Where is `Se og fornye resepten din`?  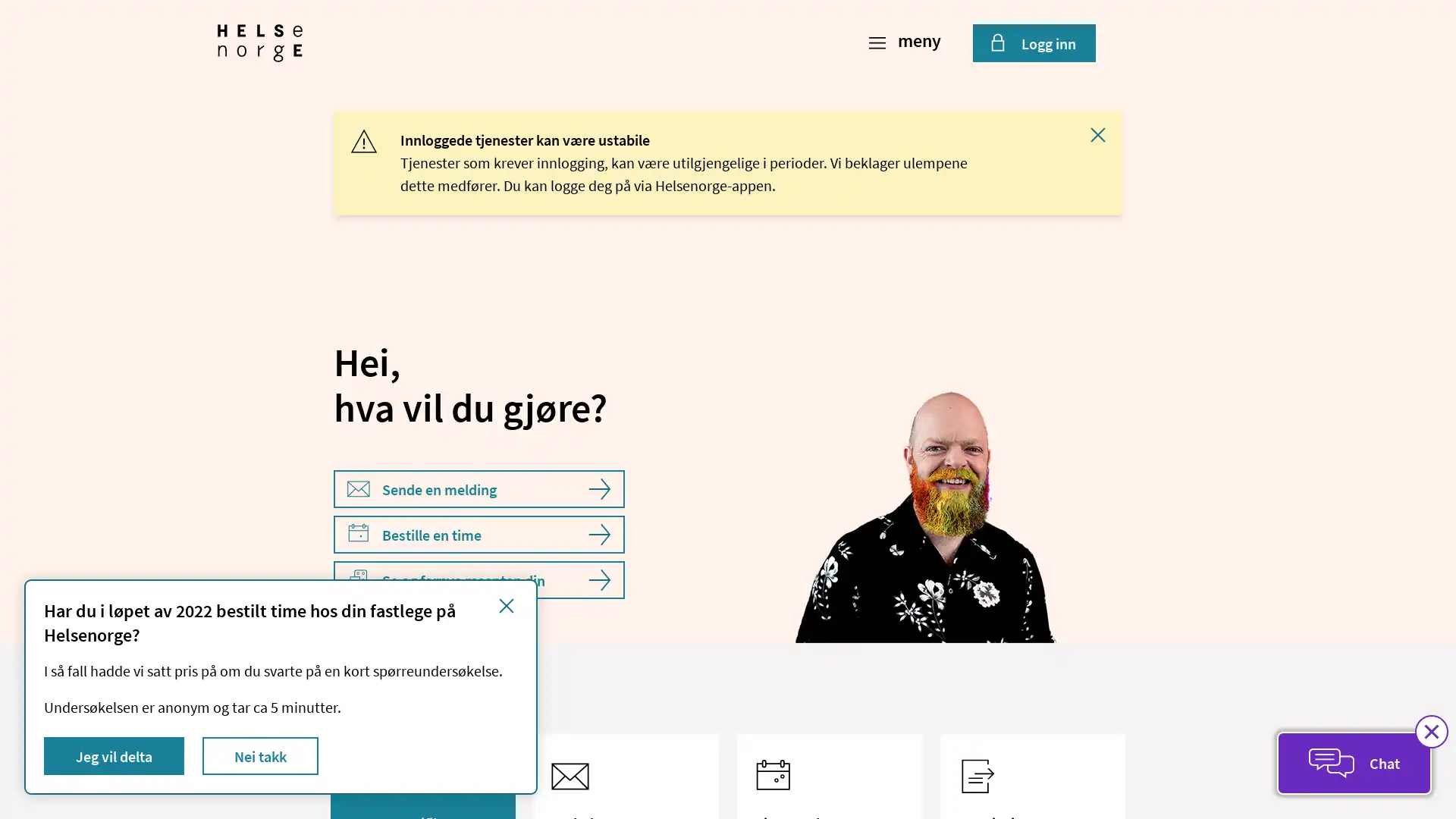 Se og fornye resepten din is located at coordinates (479, 579).